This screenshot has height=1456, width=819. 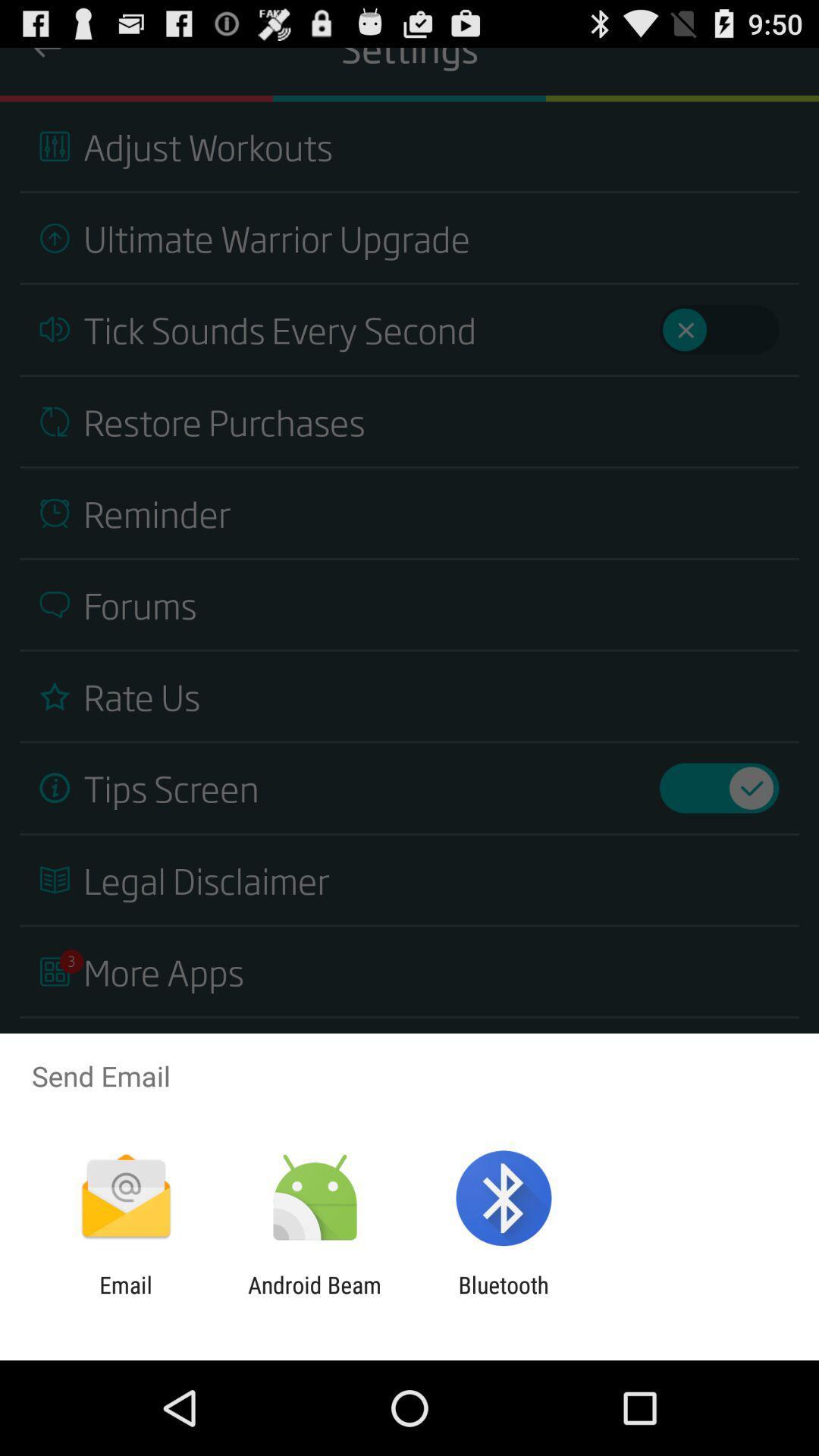 What do you see at coordinates (314, 1298) in the screenshot?
I see `icon to the left of bluetooth` at bounding box center [314, 1298].